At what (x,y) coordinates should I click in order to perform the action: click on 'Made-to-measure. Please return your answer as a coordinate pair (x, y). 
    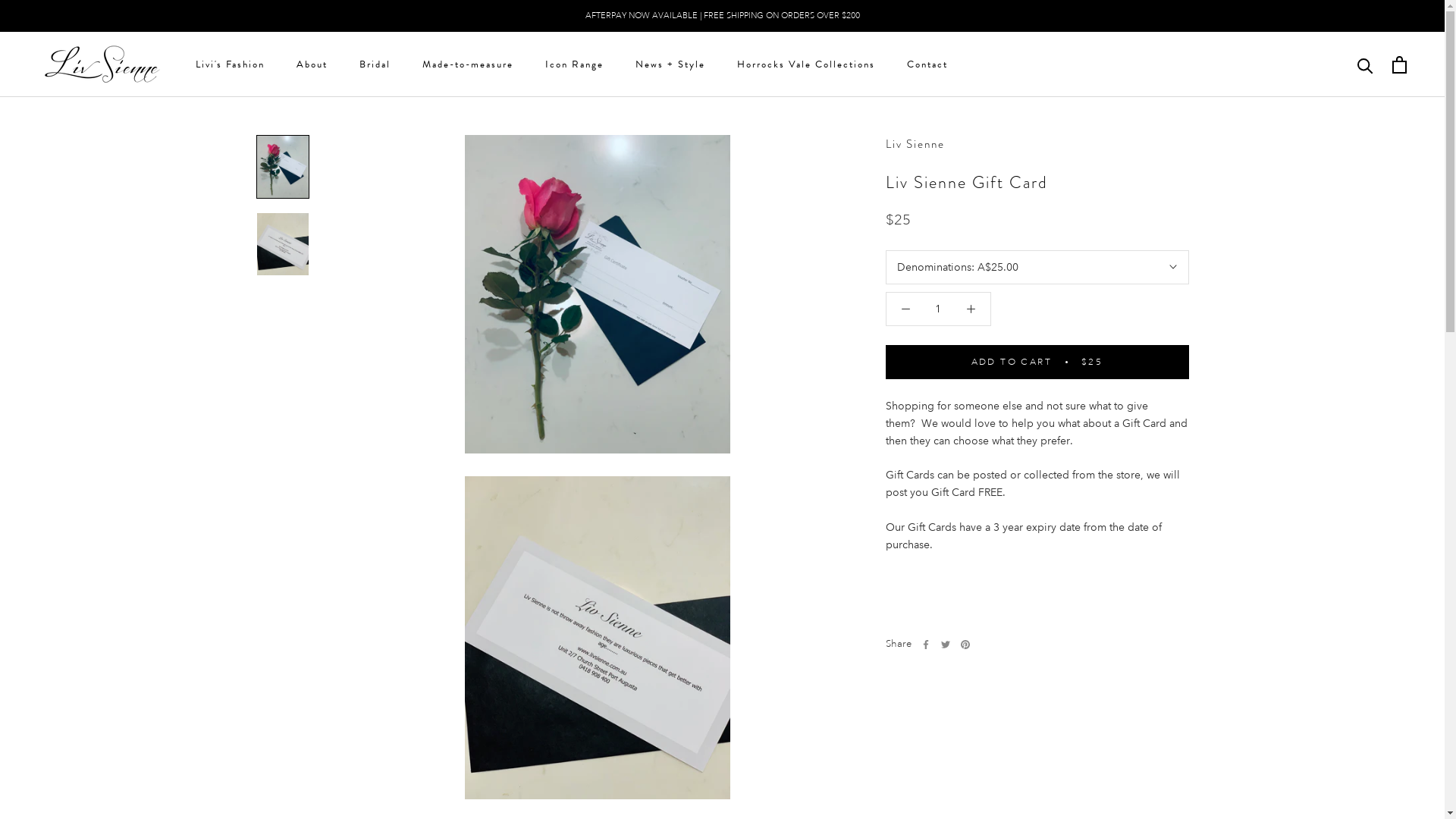
    Looking at the image, I should click on (467, 63).